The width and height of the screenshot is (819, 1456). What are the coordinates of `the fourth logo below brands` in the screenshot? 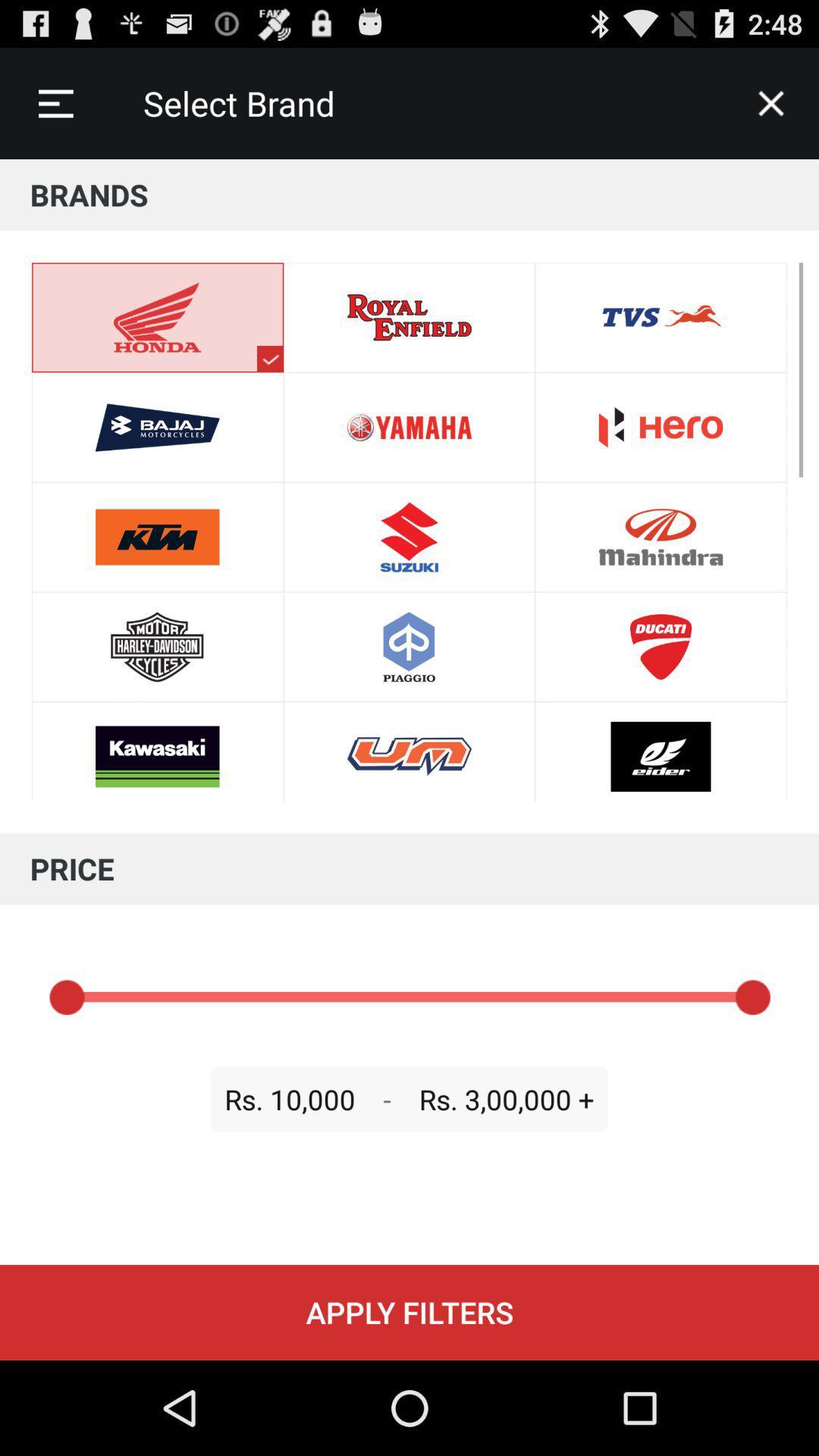 It's located at (158, 647).